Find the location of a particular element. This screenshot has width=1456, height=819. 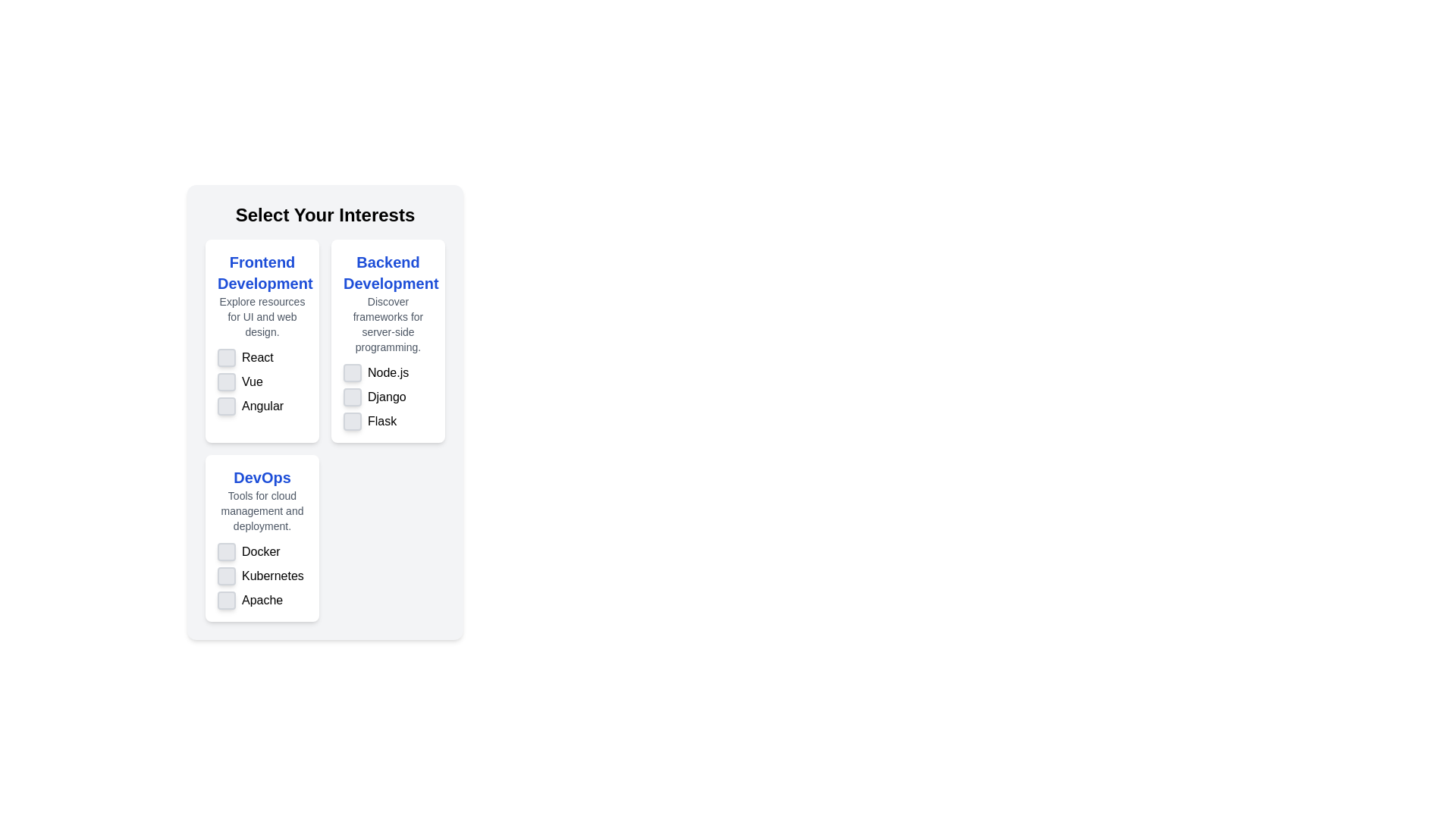

prominent text section labeled 'DevOps' in bold blue font, located at the top of the third card, below the 'Frontend Development' and 'Backend Development' cards is located at coordinates (262, 500).